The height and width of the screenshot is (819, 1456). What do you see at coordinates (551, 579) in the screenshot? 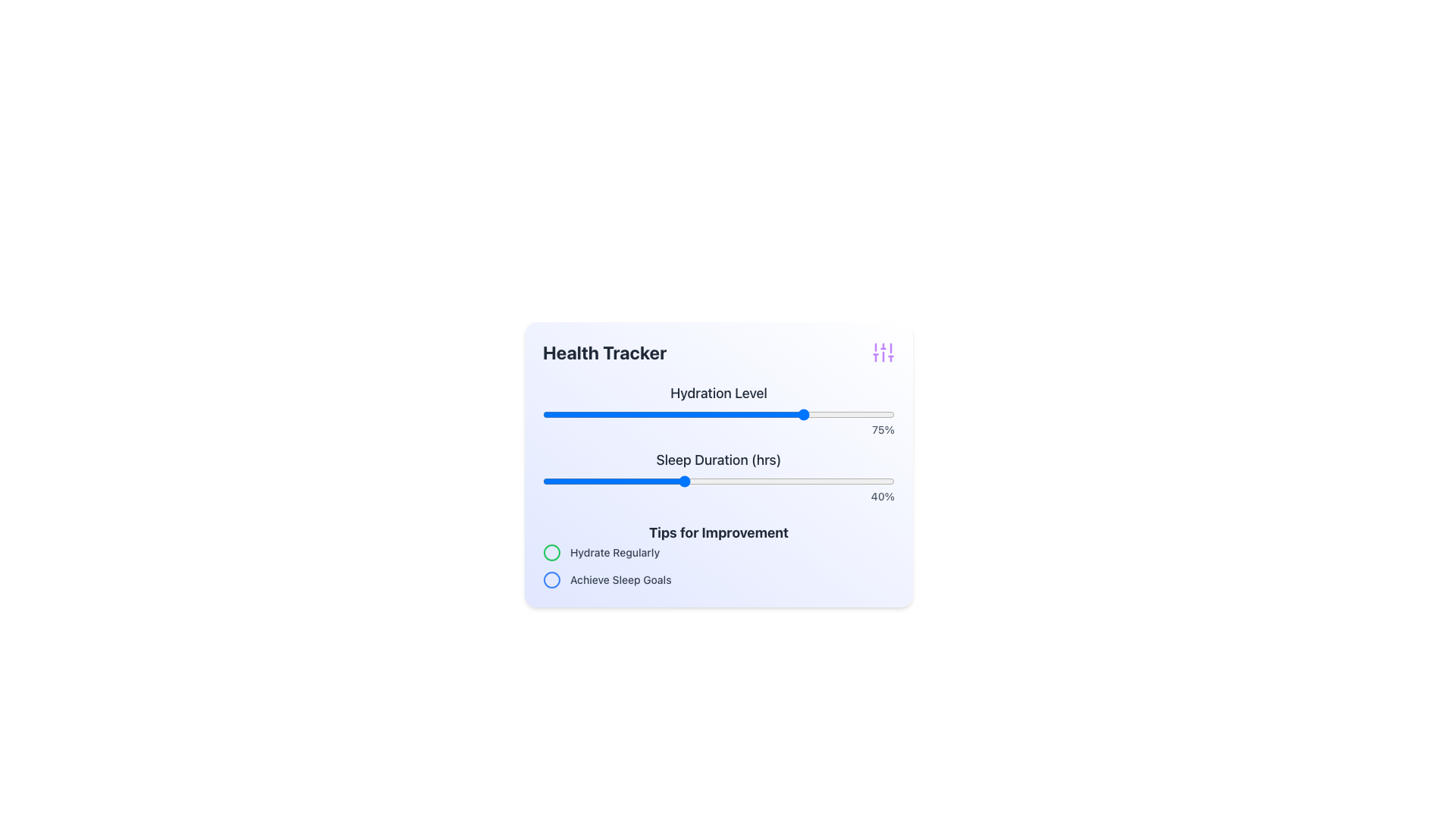
I see `the circular icon located to the left of the 'Achieve Sleep Goals' text within the 'Tips for Improvement' section of the 'Health Tracker' module` at bounding box center [551, 579].